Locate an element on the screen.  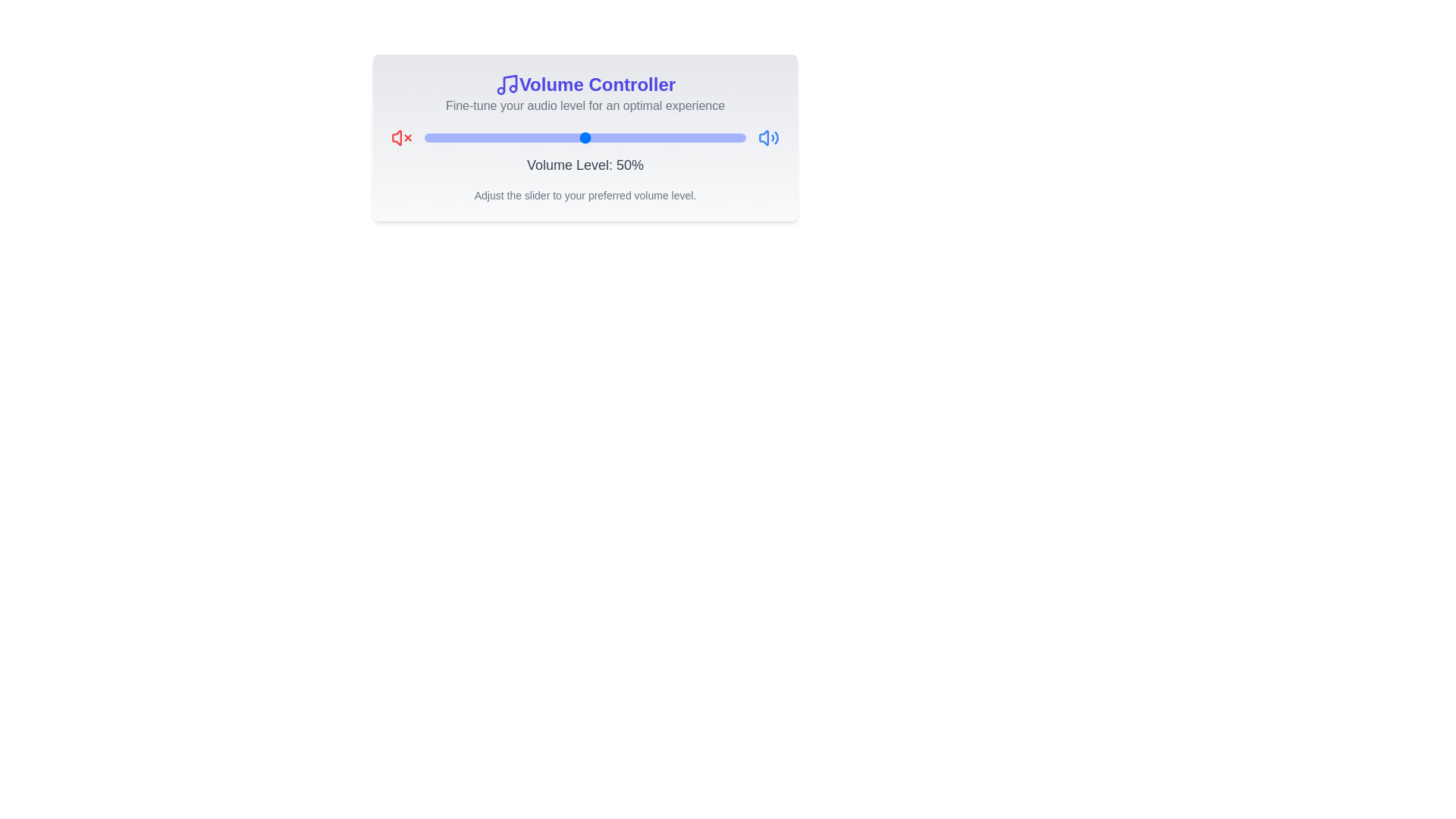
the volume slider to set the volume to 78% is located at coordinates (674, 137).